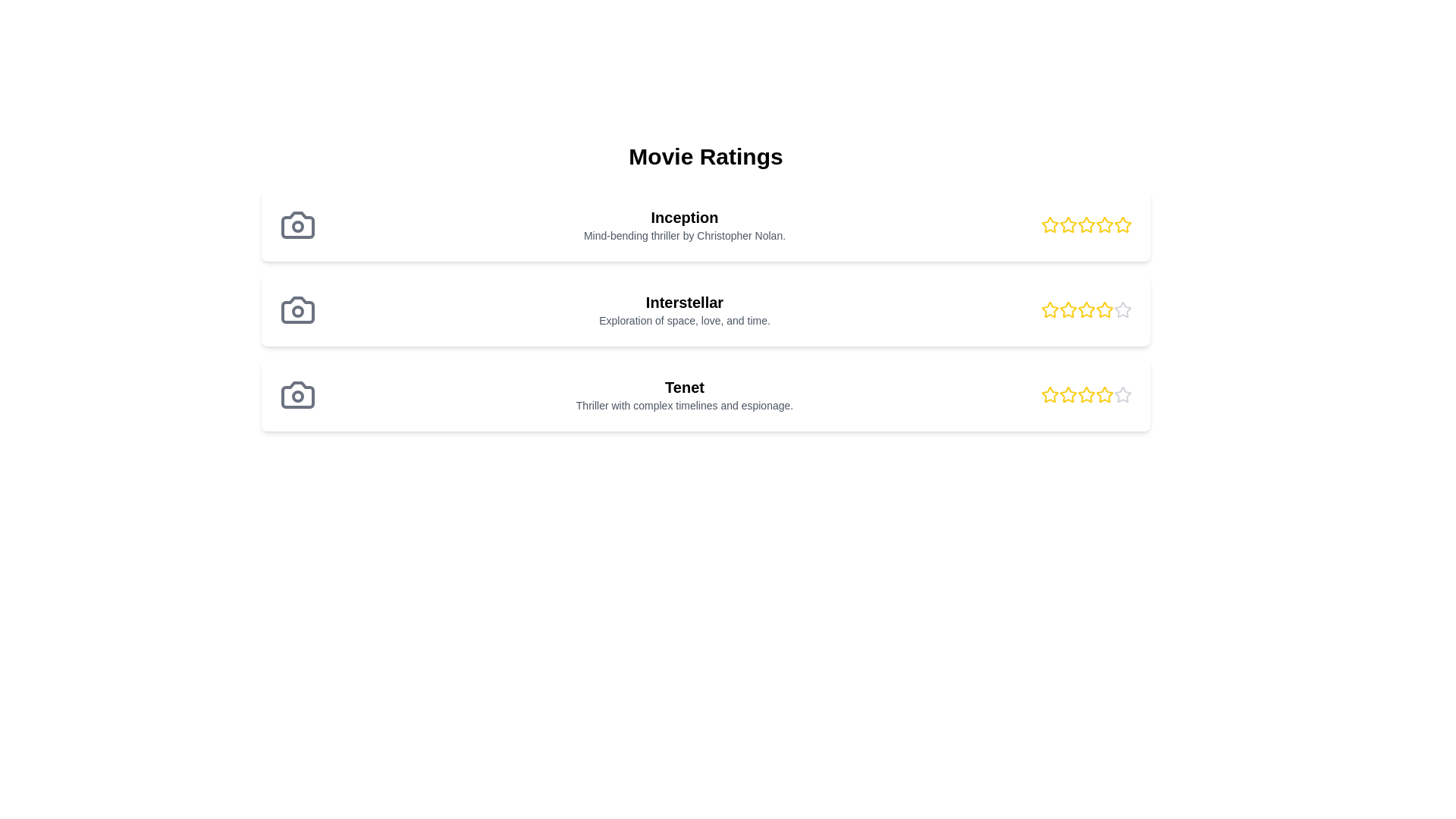 The height and width of the screenshot is (819, 1456). I want to click on the third star icon in the rating row for the 'Inception' movie, which signifies the third level of rating, so click(1086, 224).